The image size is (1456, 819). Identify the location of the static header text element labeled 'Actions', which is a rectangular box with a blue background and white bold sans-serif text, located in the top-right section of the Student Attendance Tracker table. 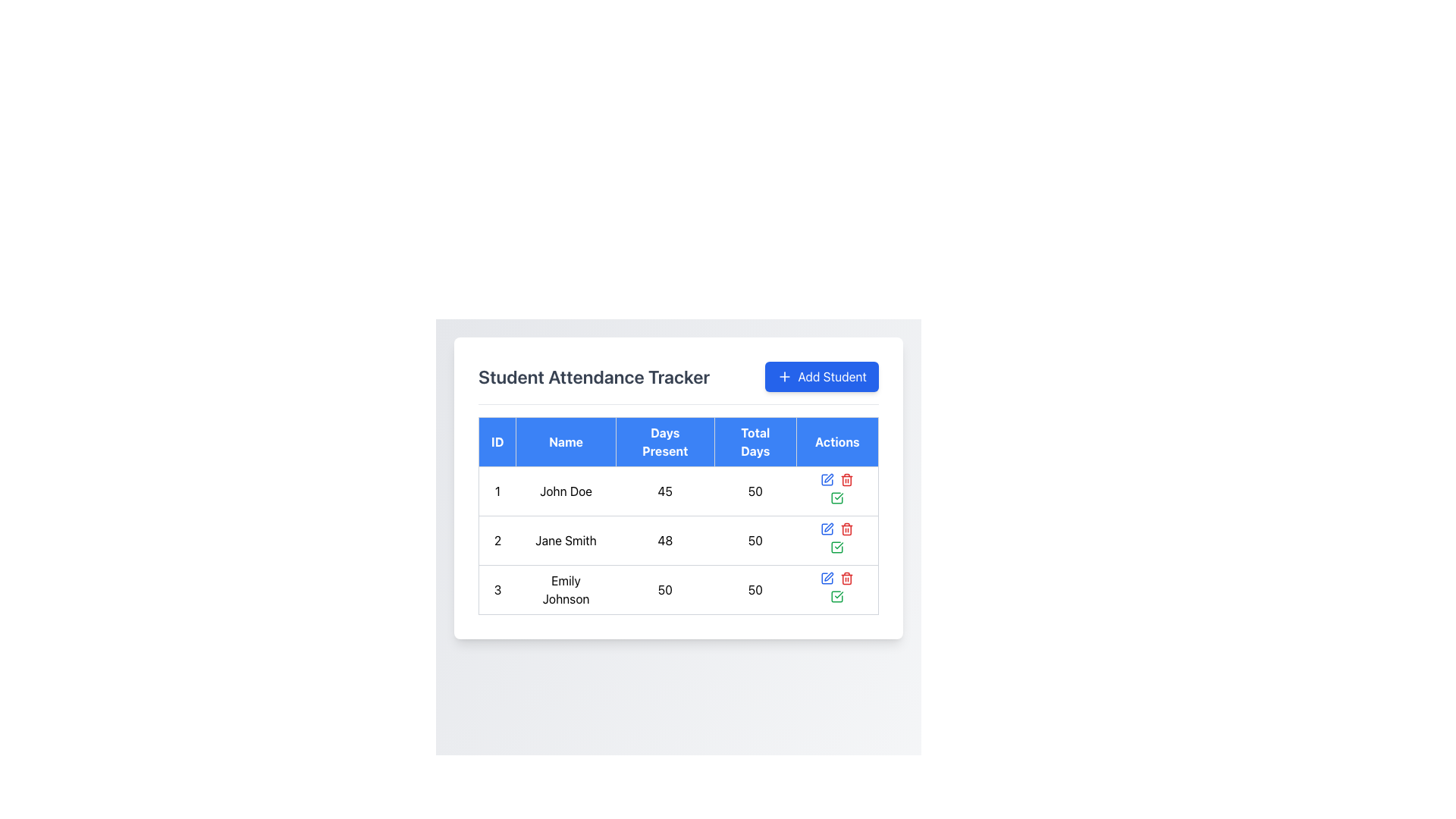
(836, 441).